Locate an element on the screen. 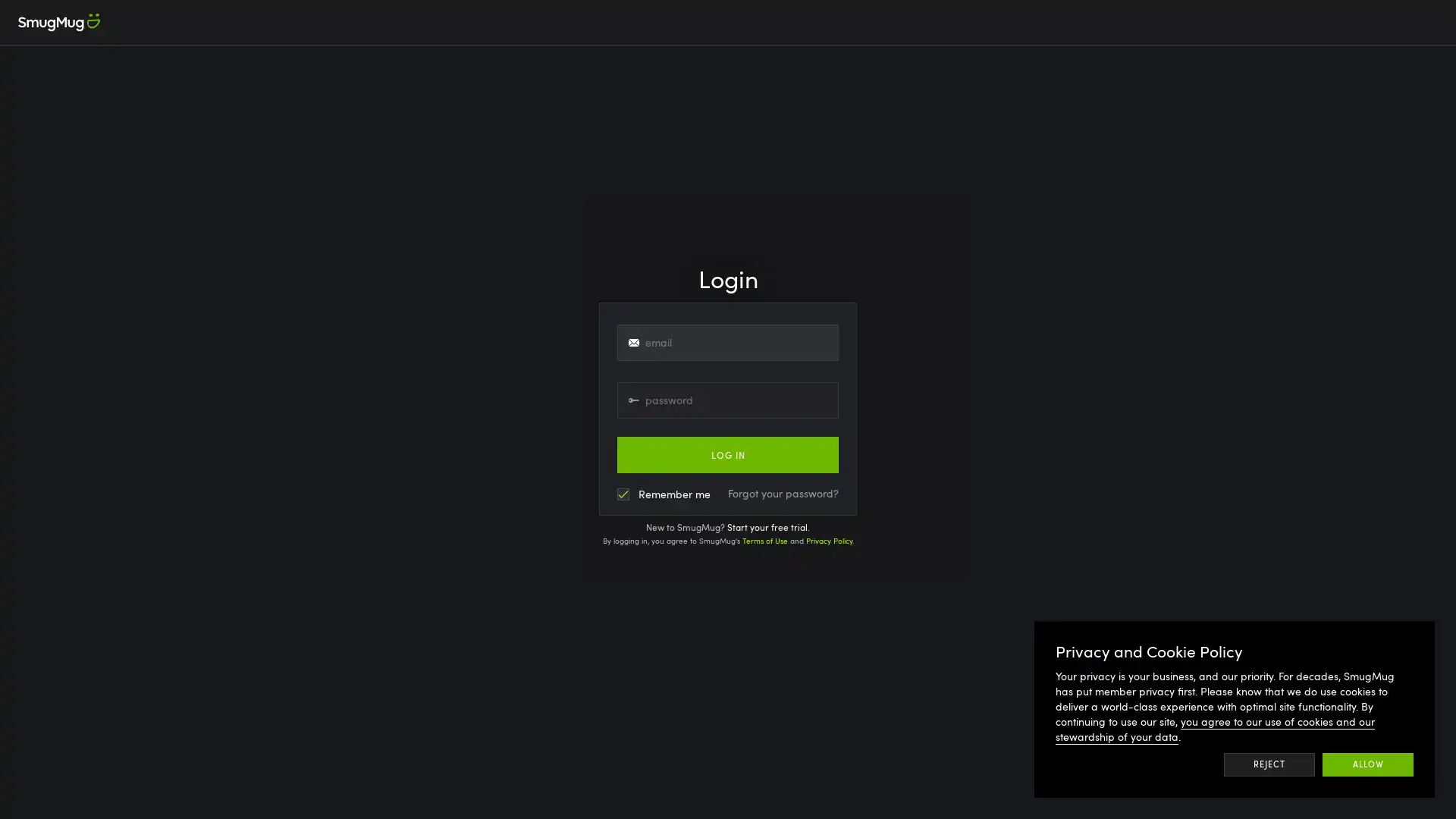 This screenshot has width=1456, height=819. ALLOW is located at coordinates (1368, 764).